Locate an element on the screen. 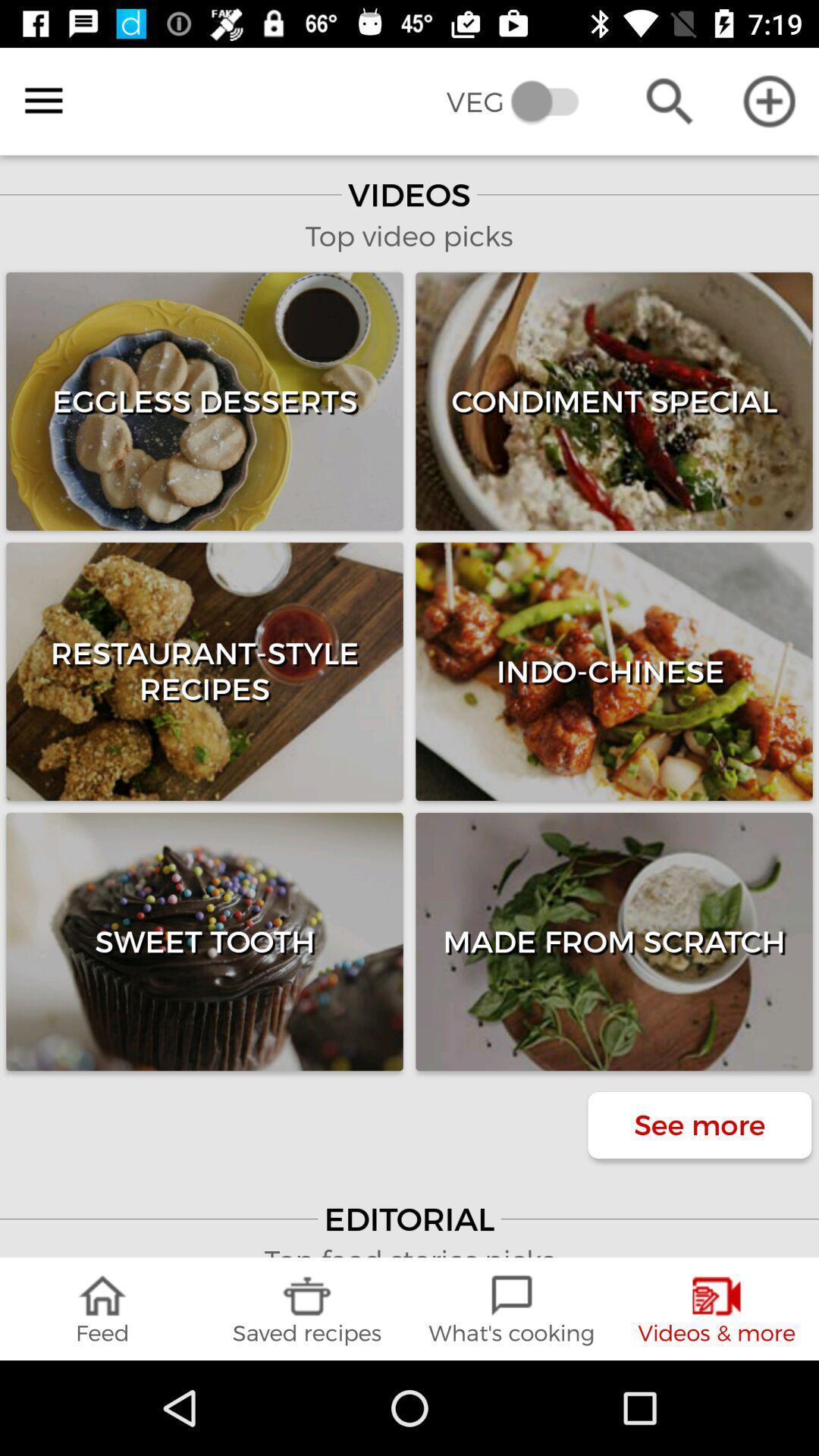 The image size is (819, 1456). the what's cooking icon is located at coordinates (512, 1308).